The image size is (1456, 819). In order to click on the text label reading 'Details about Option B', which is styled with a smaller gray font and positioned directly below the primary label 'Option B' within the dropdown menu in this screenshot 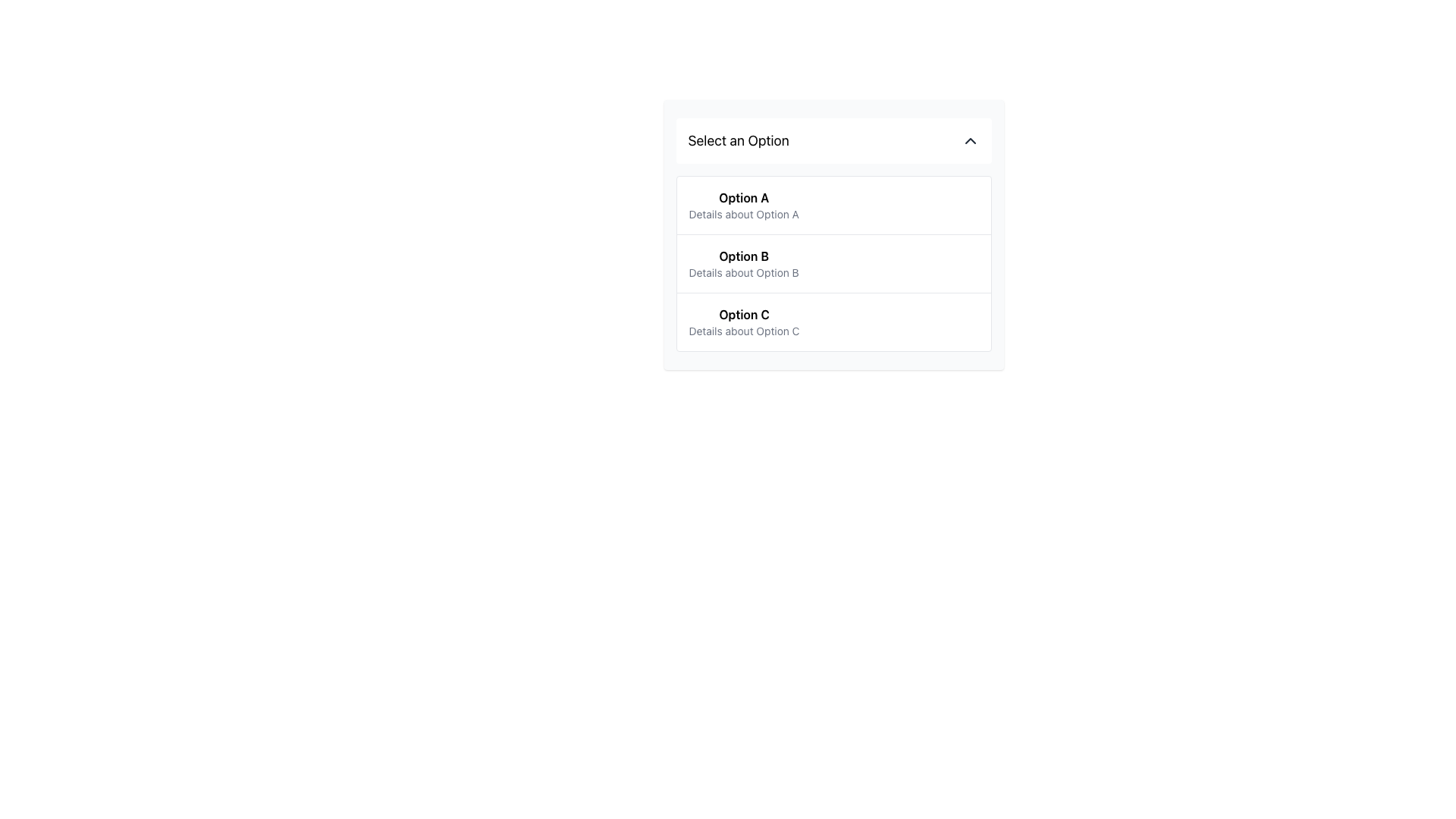, I will do `click(744, 271)`.